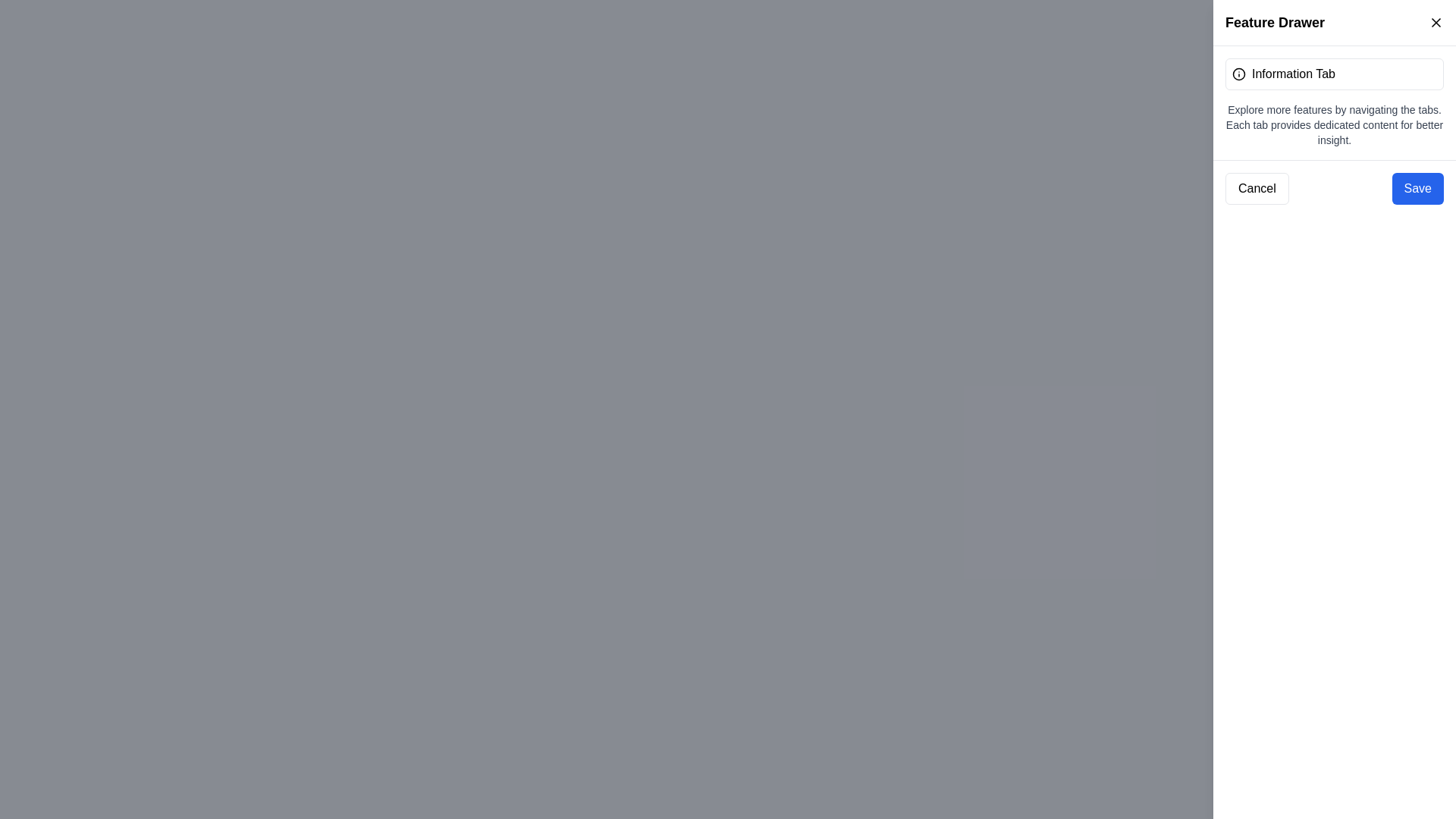 Image resolution: width=1456 pixels, height=819 pixels. What do you see at coordinates (1238, 74) in the screenshot?
I see `the circular graphic element with a black stroke that is part of the information icon in the Feature Drawer located at the top right panel` at bounding box center [1238, 74].